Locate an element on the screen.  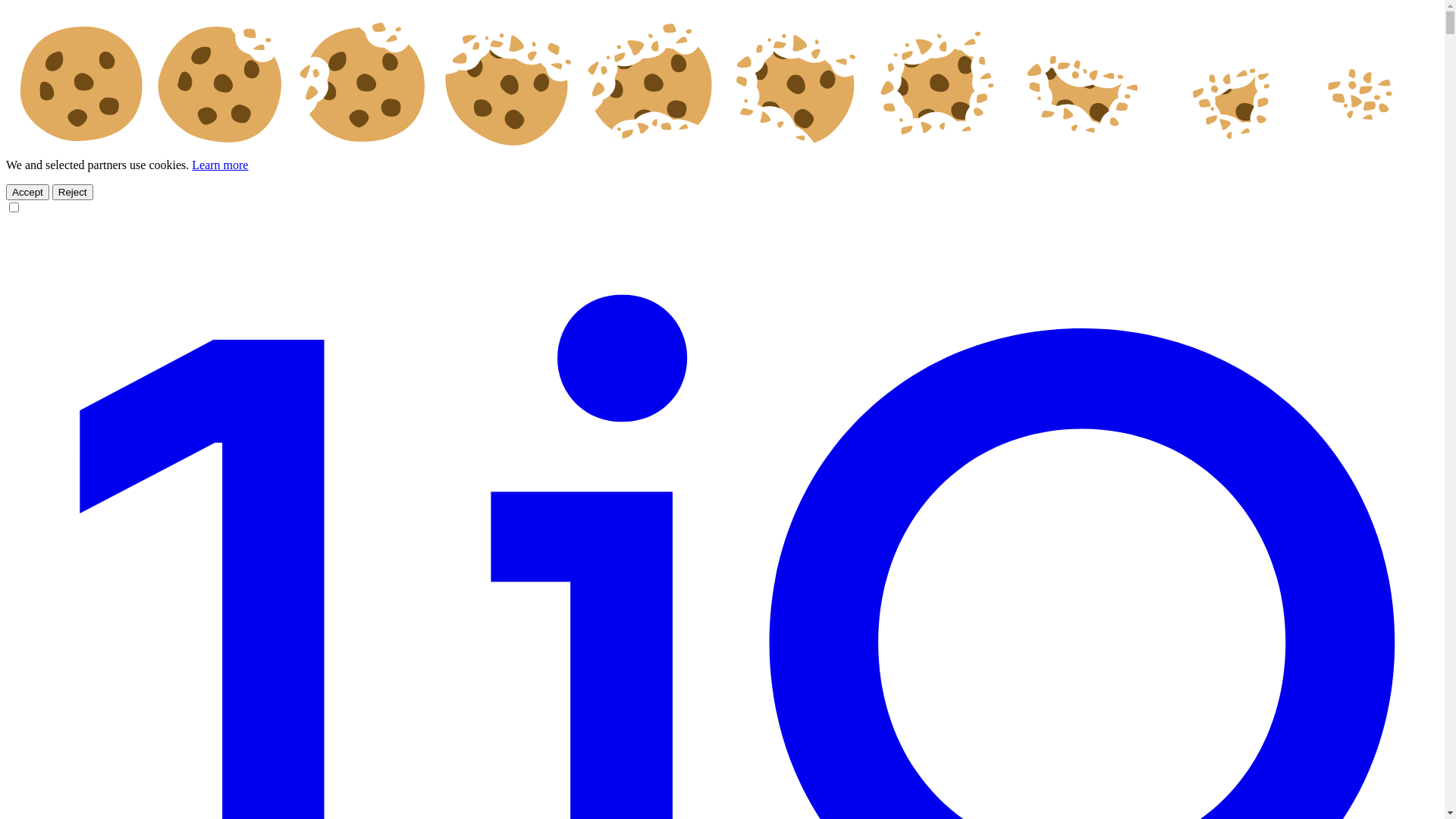
'Learn more' is located at coordinates (218, 165).